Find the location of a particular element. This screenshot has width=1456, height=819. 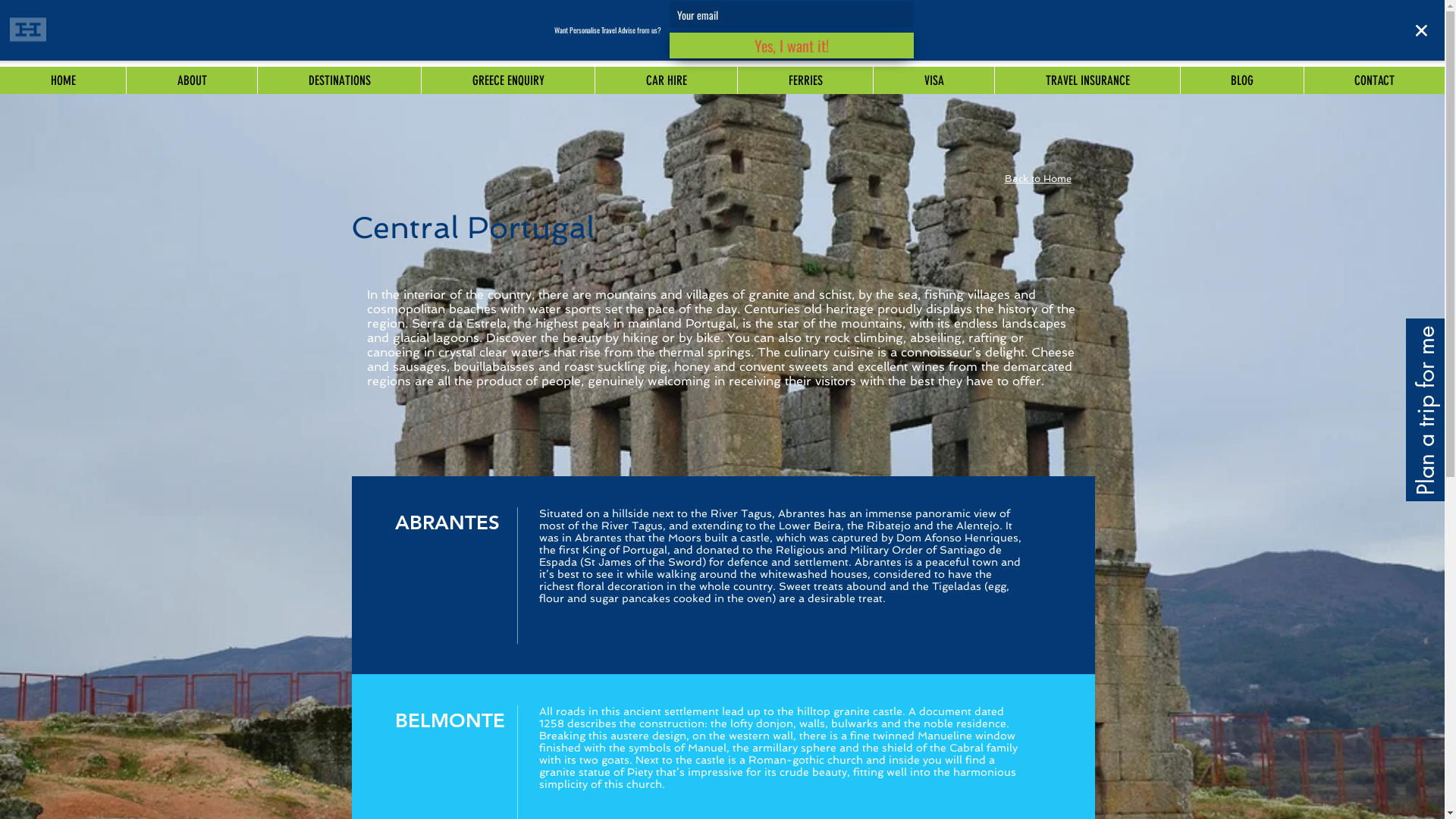

'FERRIES' is located at coordinates (804, 80).